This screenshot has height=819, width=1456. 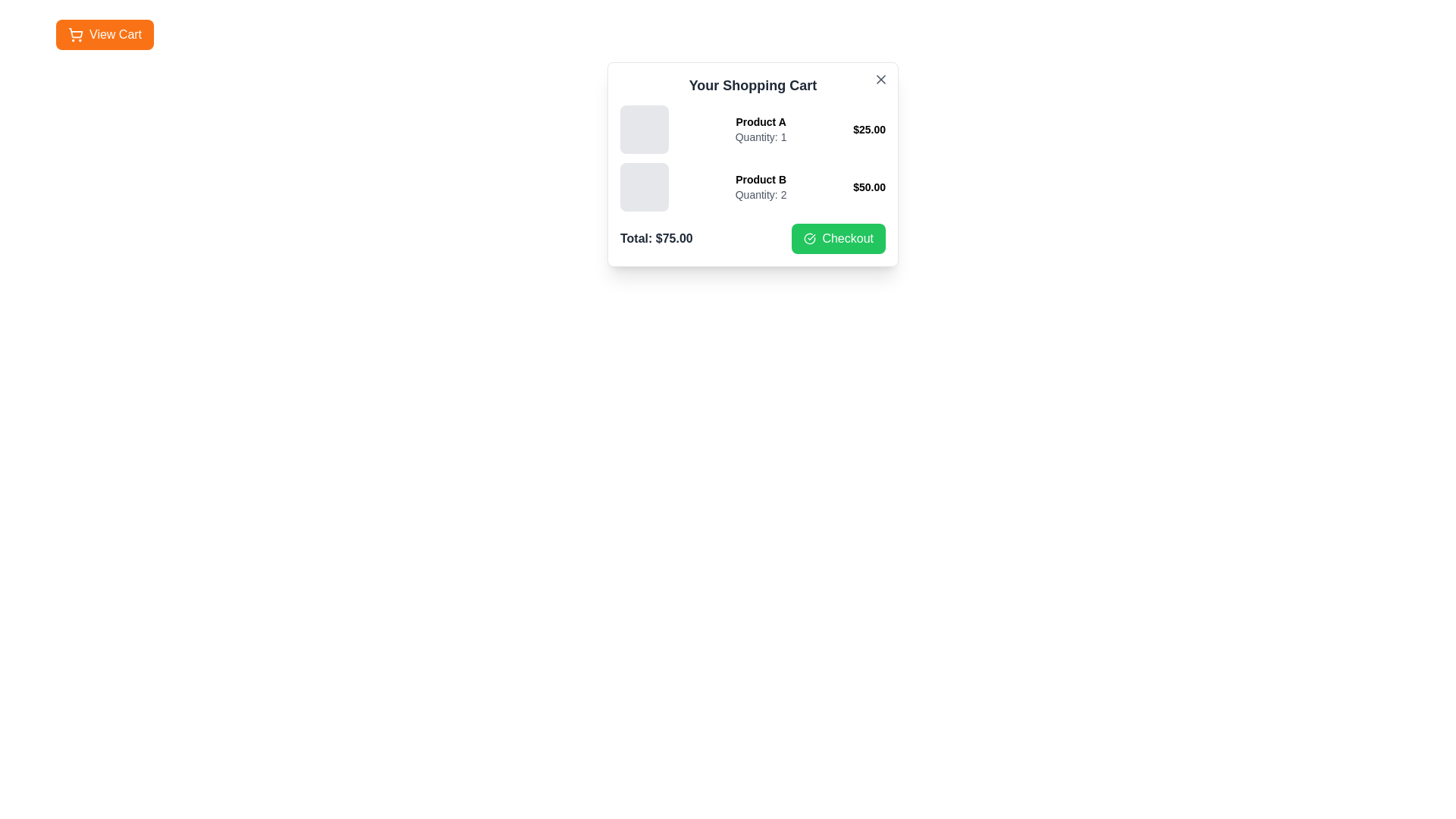 What do you see at coordinates (838, 239) in the screenshot?
I see `the checkout button located at the bottom-right corner of the shopping cart dialog box, adjacent to the 'Total: $75.00' label` at bounding box center [838, 239].